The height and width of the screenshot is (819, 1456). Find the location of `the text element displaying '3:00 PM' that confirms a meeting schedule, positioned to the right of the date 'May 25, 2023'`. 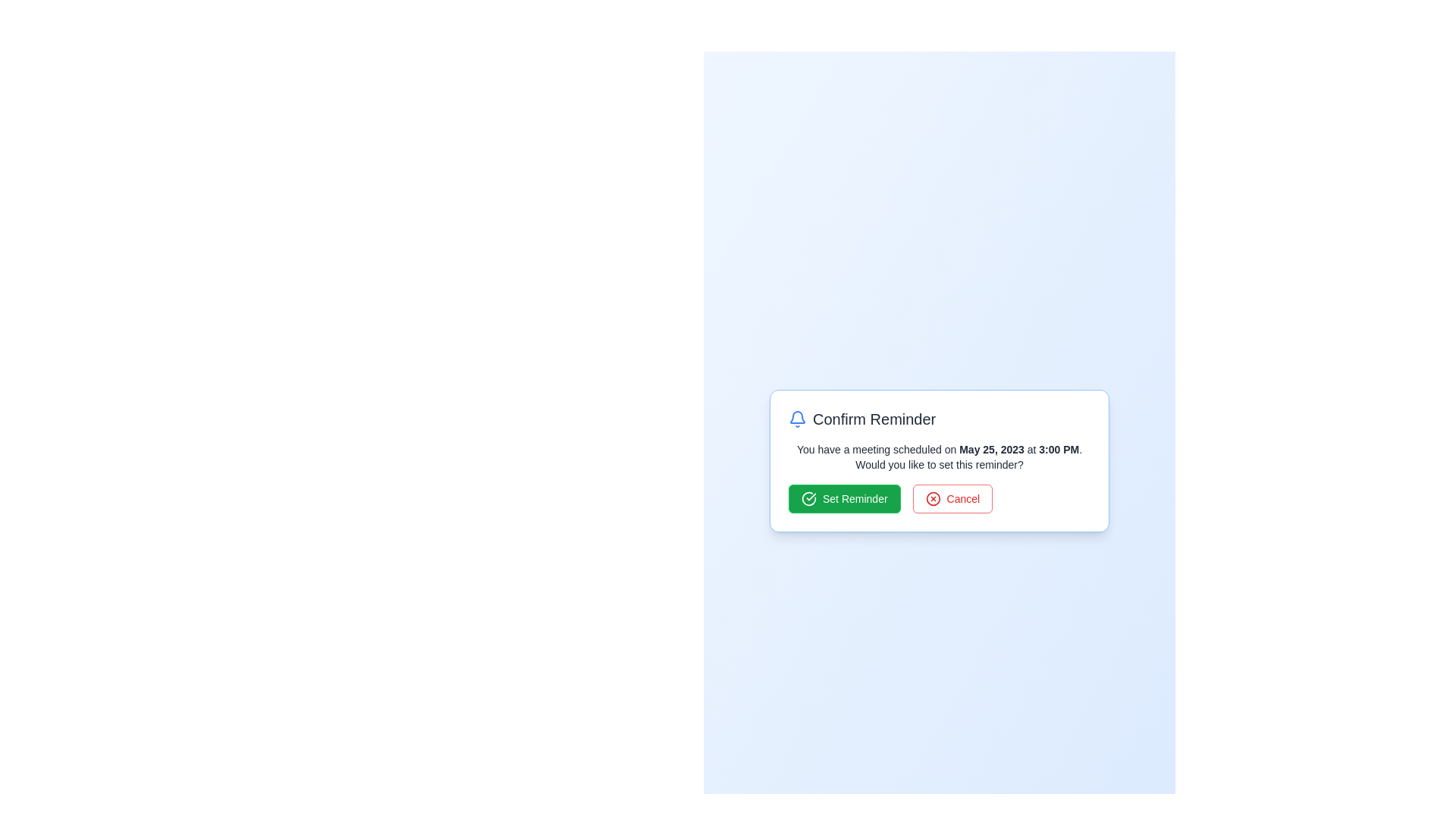

the text element displaying '3:00 PM' that confirms a meeting schedule, positioned to the right of the date 'May 25, 2023' is located at coordinates (1058, 449).